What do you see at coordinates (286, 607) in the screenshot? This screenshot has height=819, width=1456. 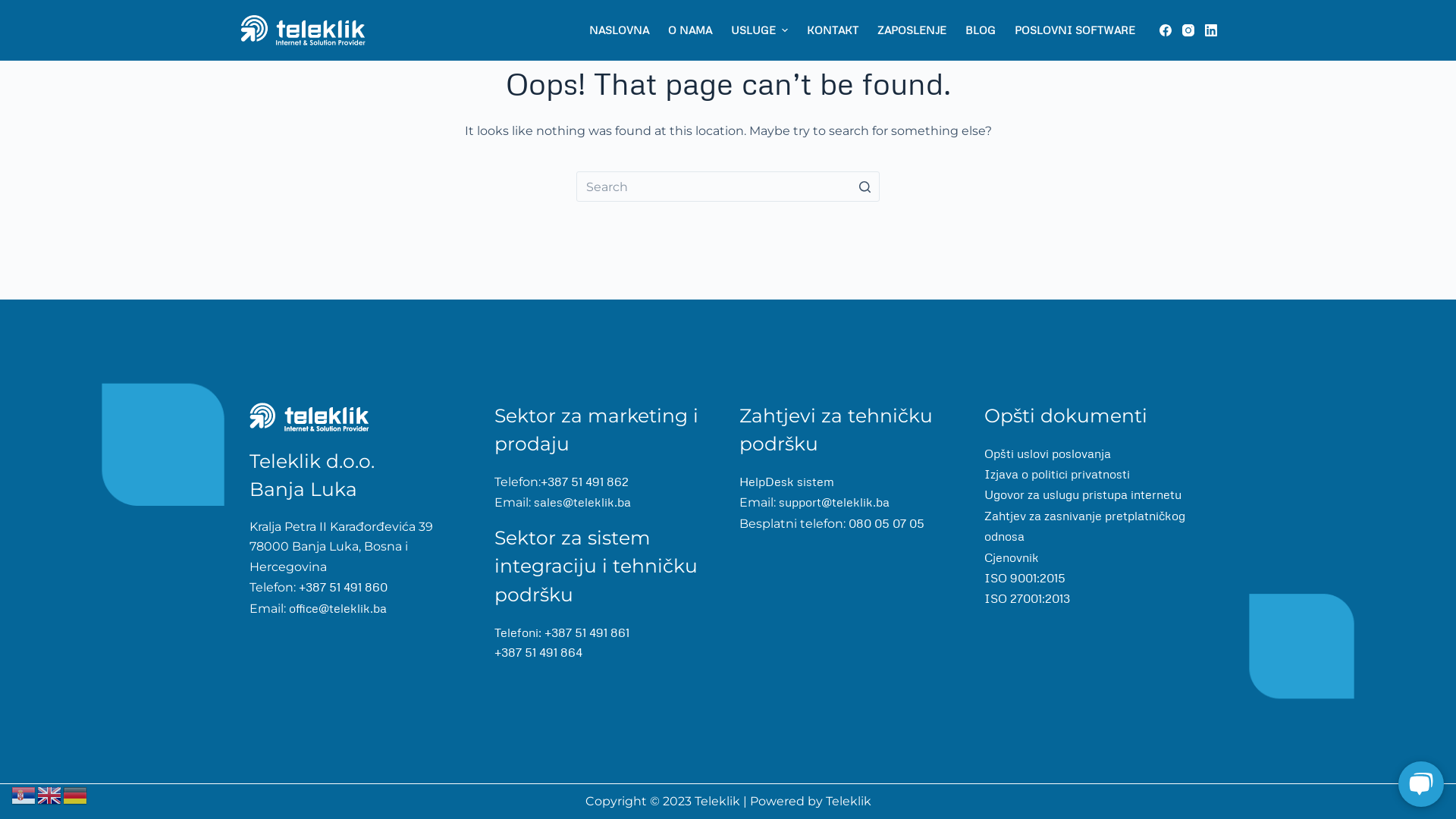 I see `'office@teleklik.ba'` at bounding box center [286, 607].